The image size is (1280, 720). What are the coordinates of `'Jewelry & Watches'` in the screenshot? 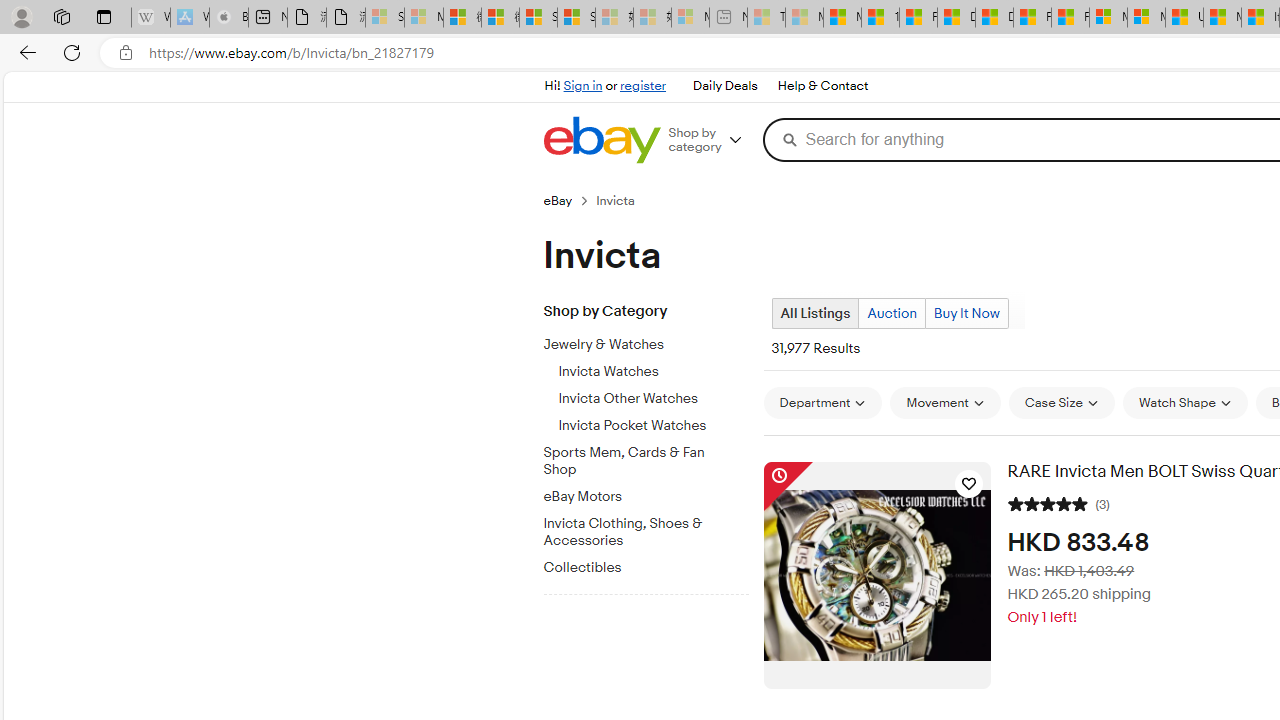 It's located at (653, 340).